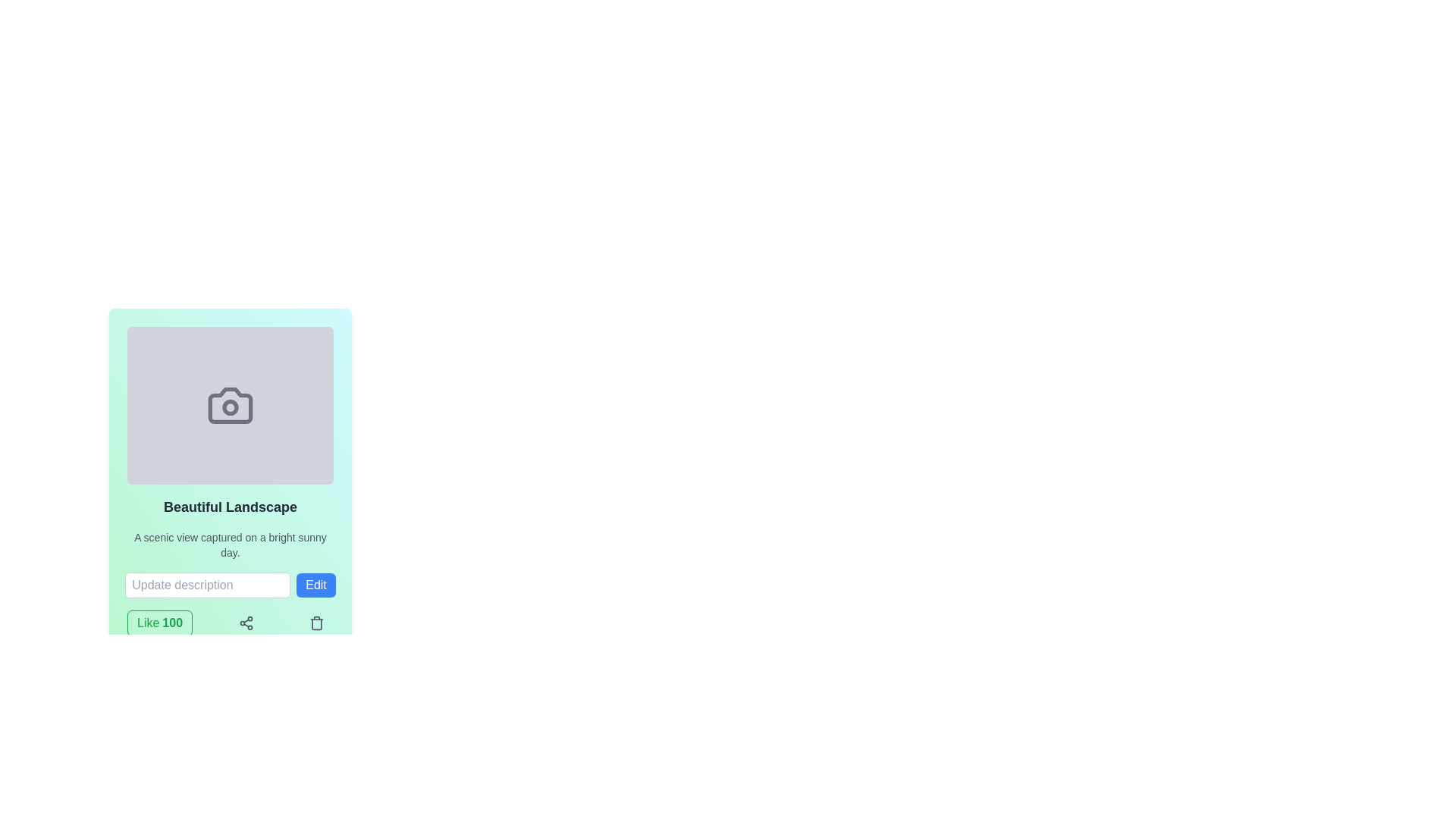  I want to click on the camera icon located in the center of a card-like layout framed in a light green background, so click(229, 405).